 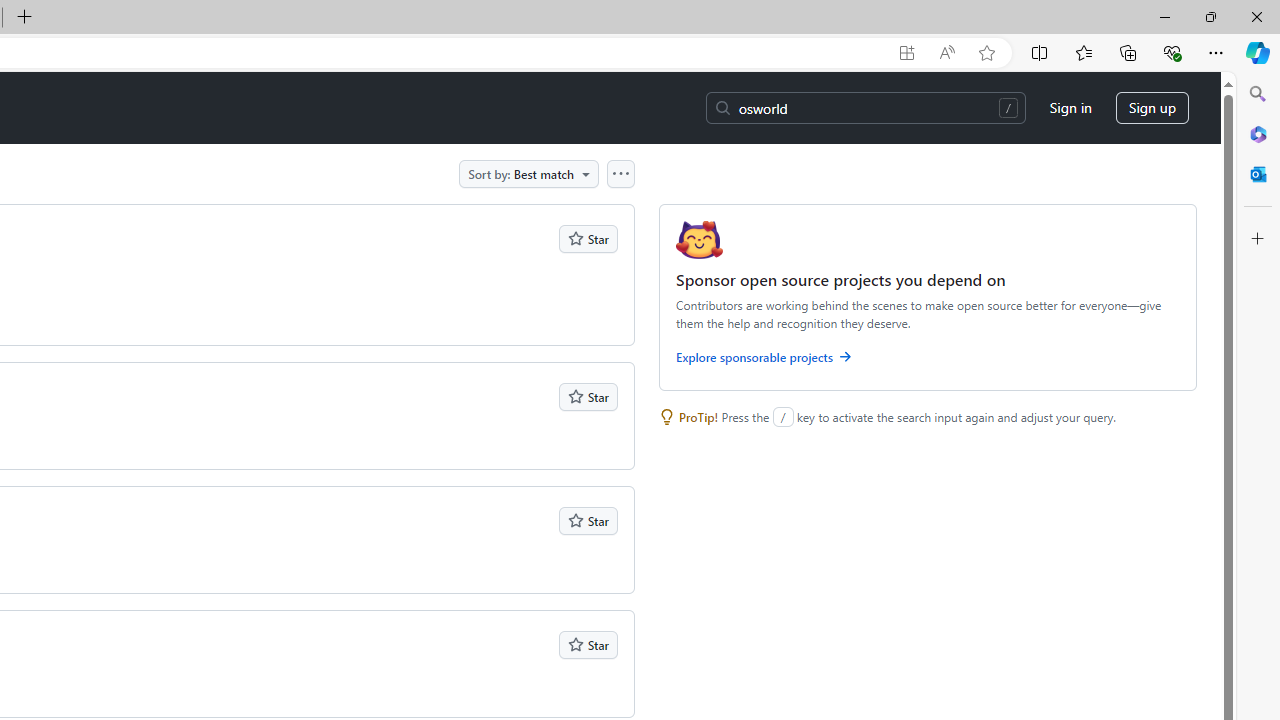 I want to click on 'Minimize', so click(x=1164, y=16).